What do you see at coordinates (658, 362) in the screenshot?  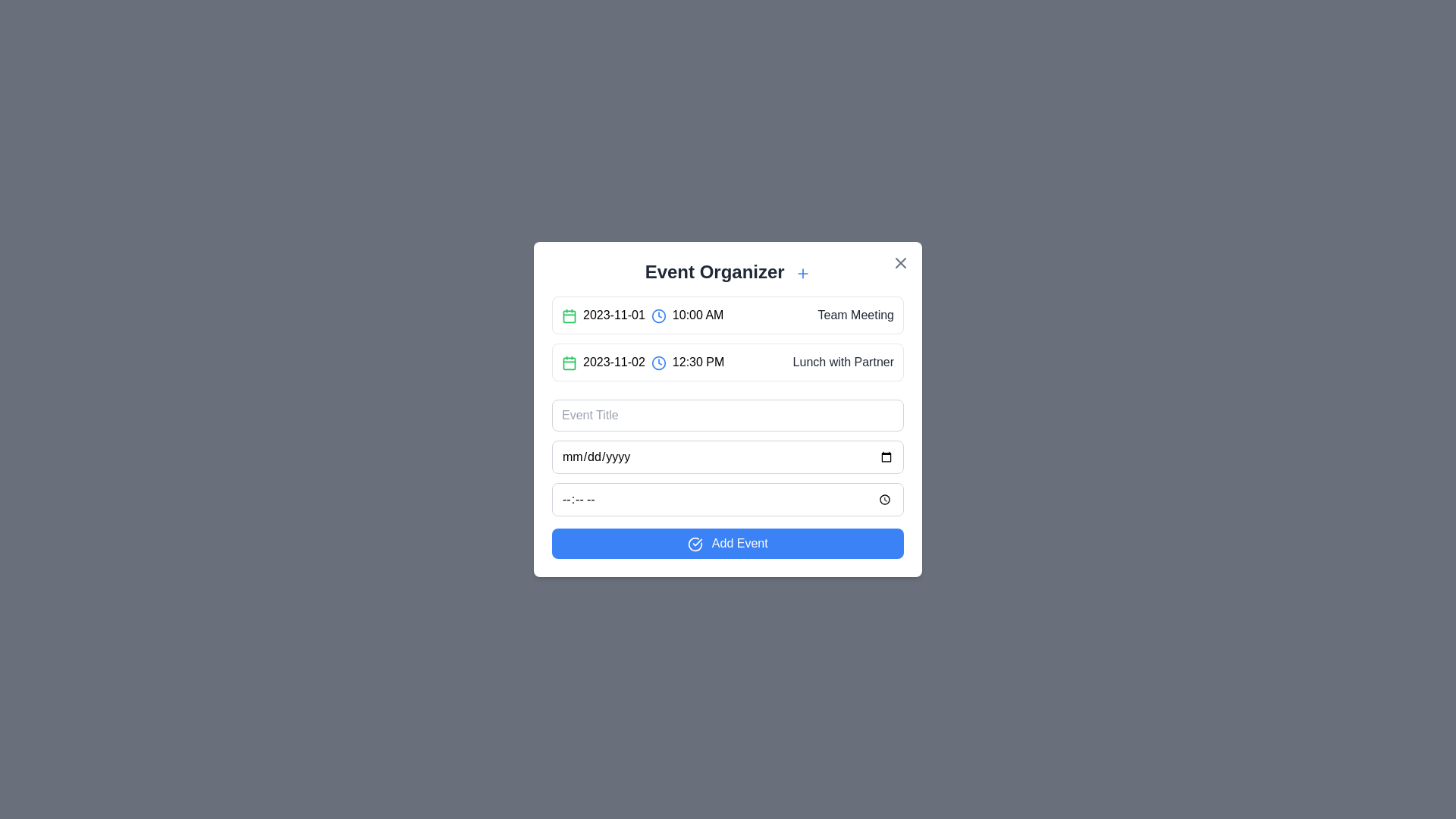 I see `the clock icon that indicates the time associated with the event entry on the date-time display for the event dated 2023-11-02, positioned to the right of the date and before the time text '12:30 PM'` at bounding box center [658, 362].